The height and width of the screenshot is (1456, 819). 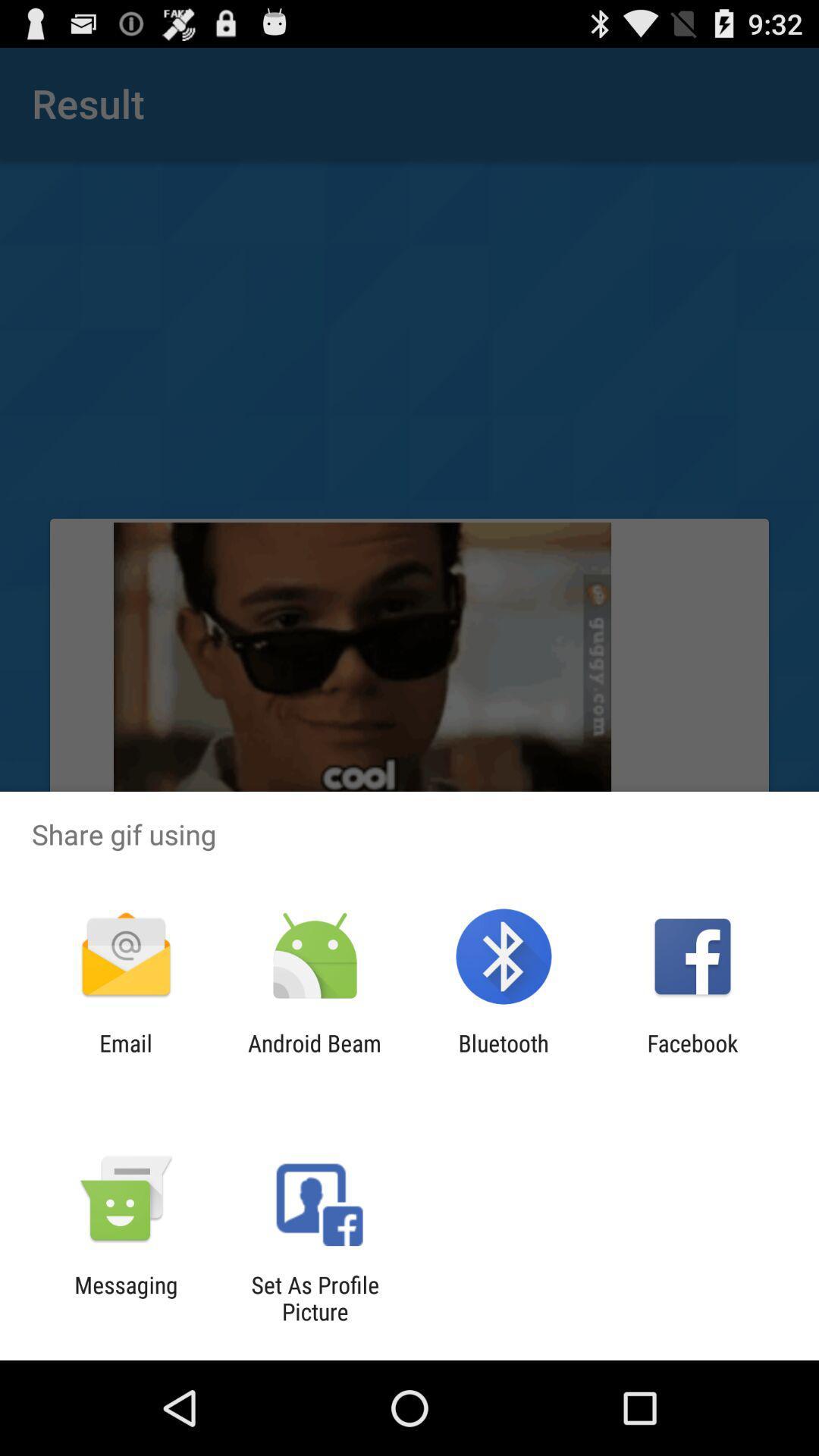 I want to click on facebook app, so click(x=692, y=1056).